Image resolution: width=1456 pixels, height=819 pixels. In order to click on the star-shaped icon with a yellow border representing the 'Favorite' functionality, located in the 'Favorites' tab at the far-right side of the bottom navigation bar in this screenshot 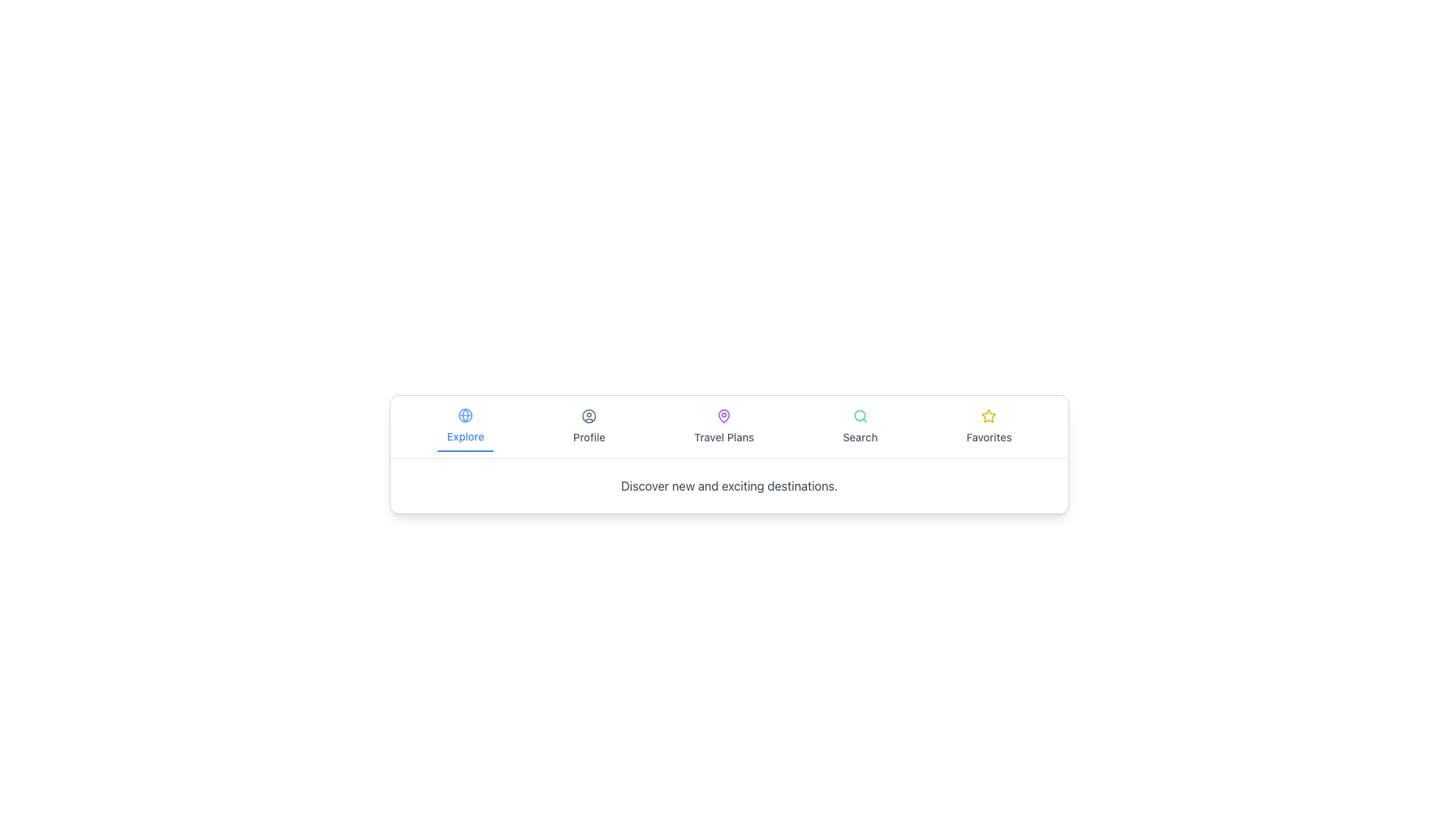, I will do `click(989, 416)`.